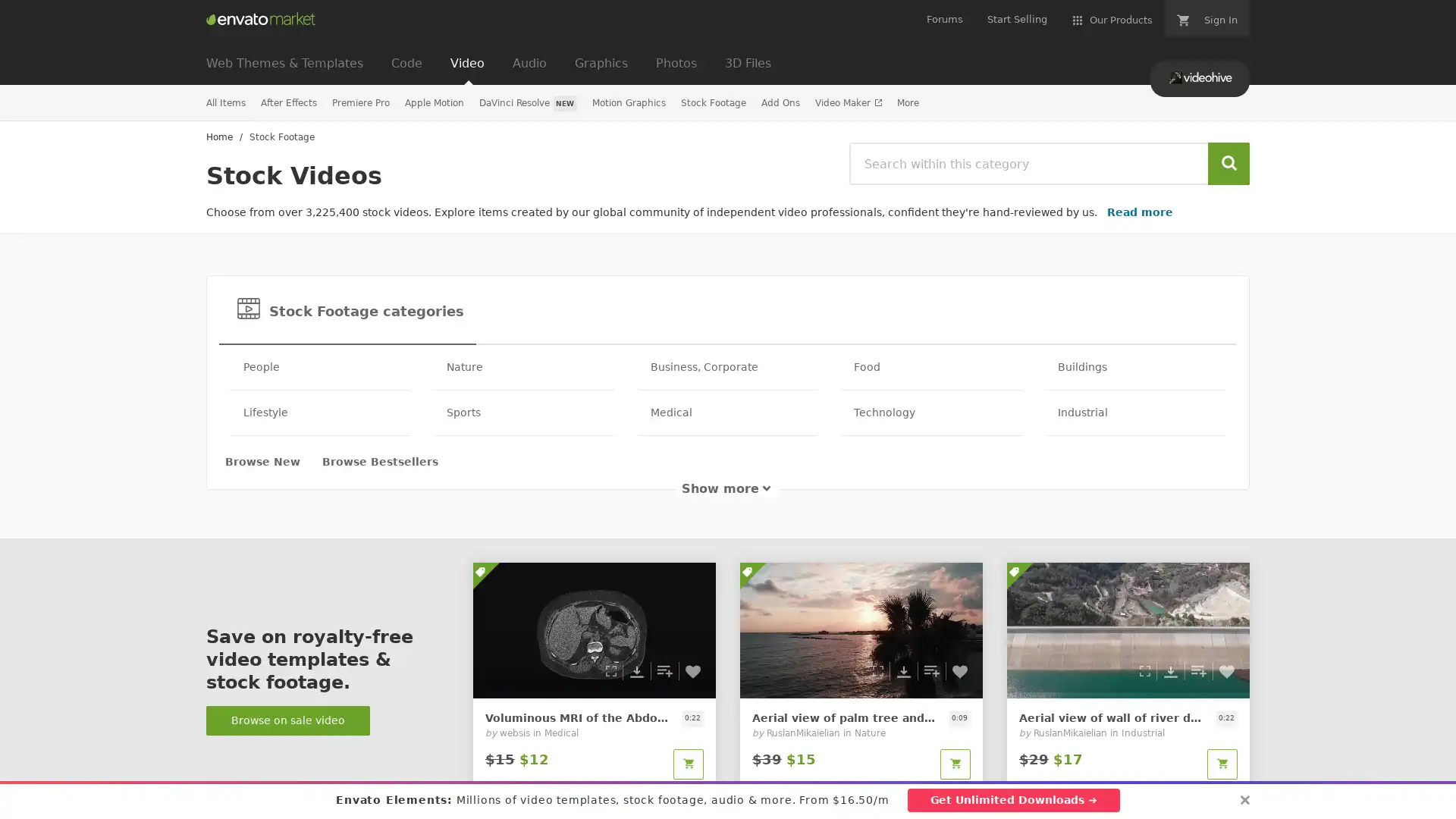  What do you see at coordinates (954, 764) in the screenshot?
I see `Add to cart` at bounding box center [954, 764].